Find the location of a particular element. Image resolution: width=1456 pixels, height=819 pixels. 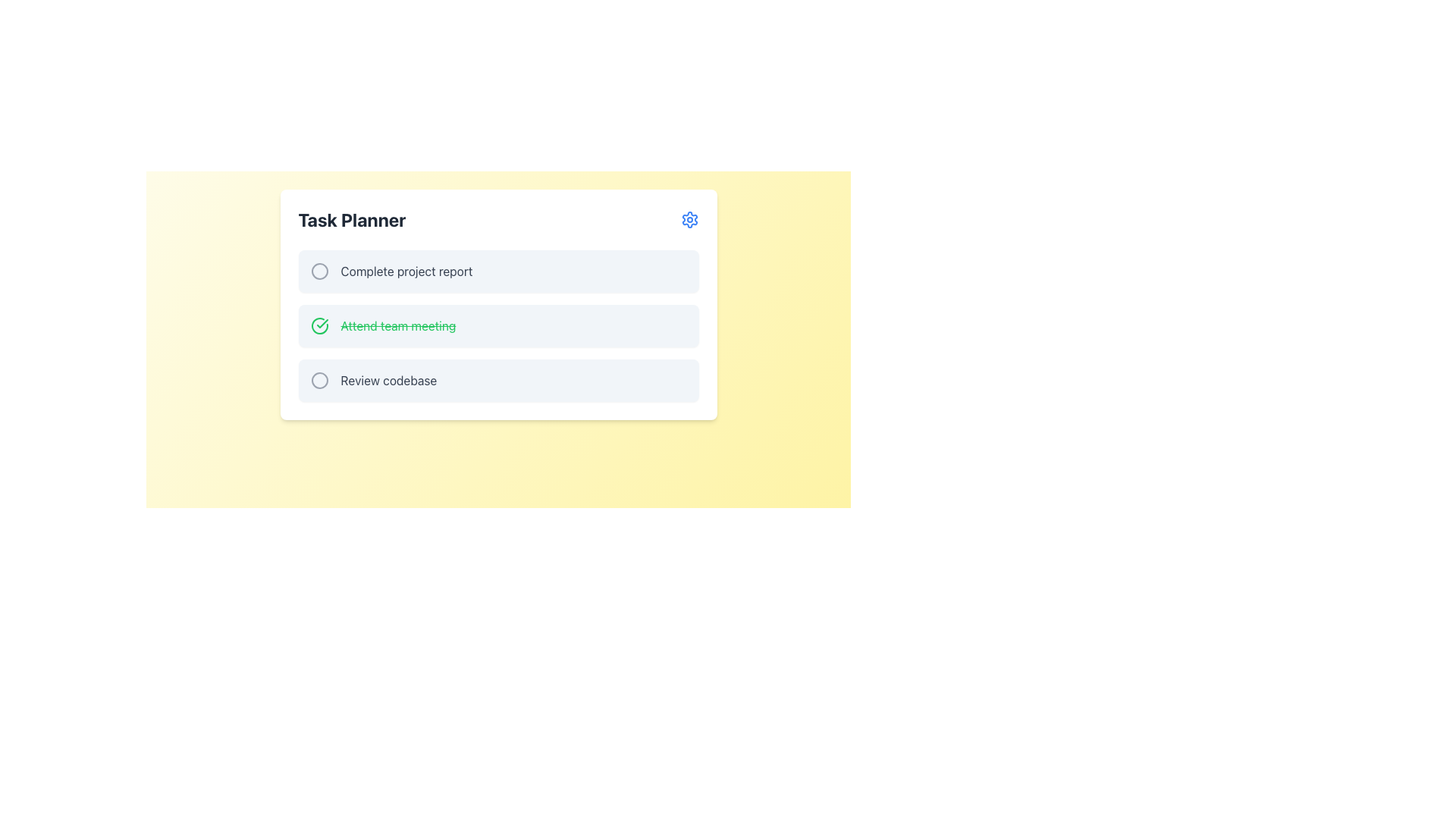

the settings gear icon for the 'Task Planner' is located at coordinates (689, 219).